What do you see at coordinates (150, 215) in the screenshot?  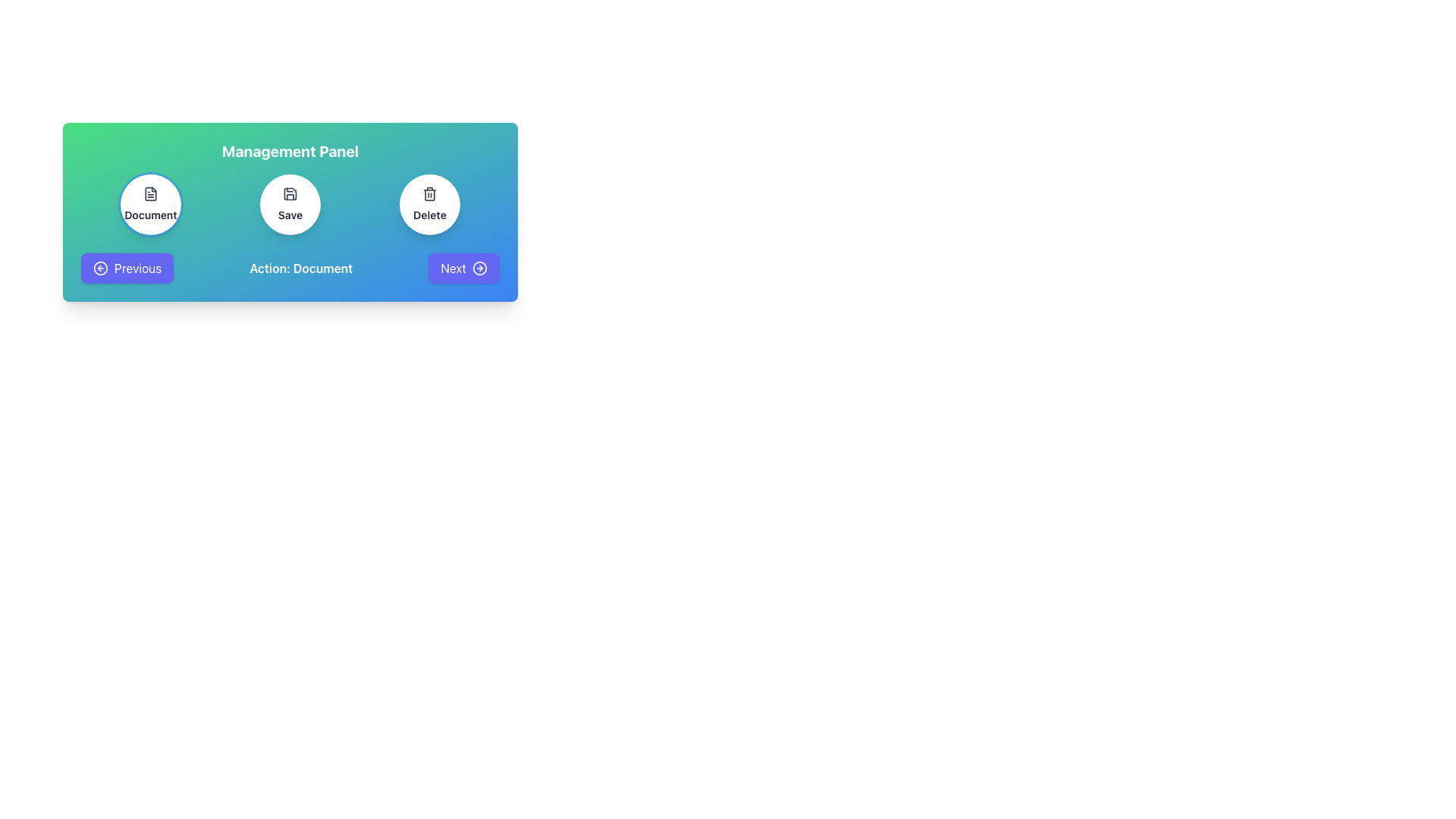 I see `the 'Document' text label, which is displayed in bold, small-sized gray font within the leftmost circular button of the 'Management Panel', located below the document icon` at bounding box center [150, 215].